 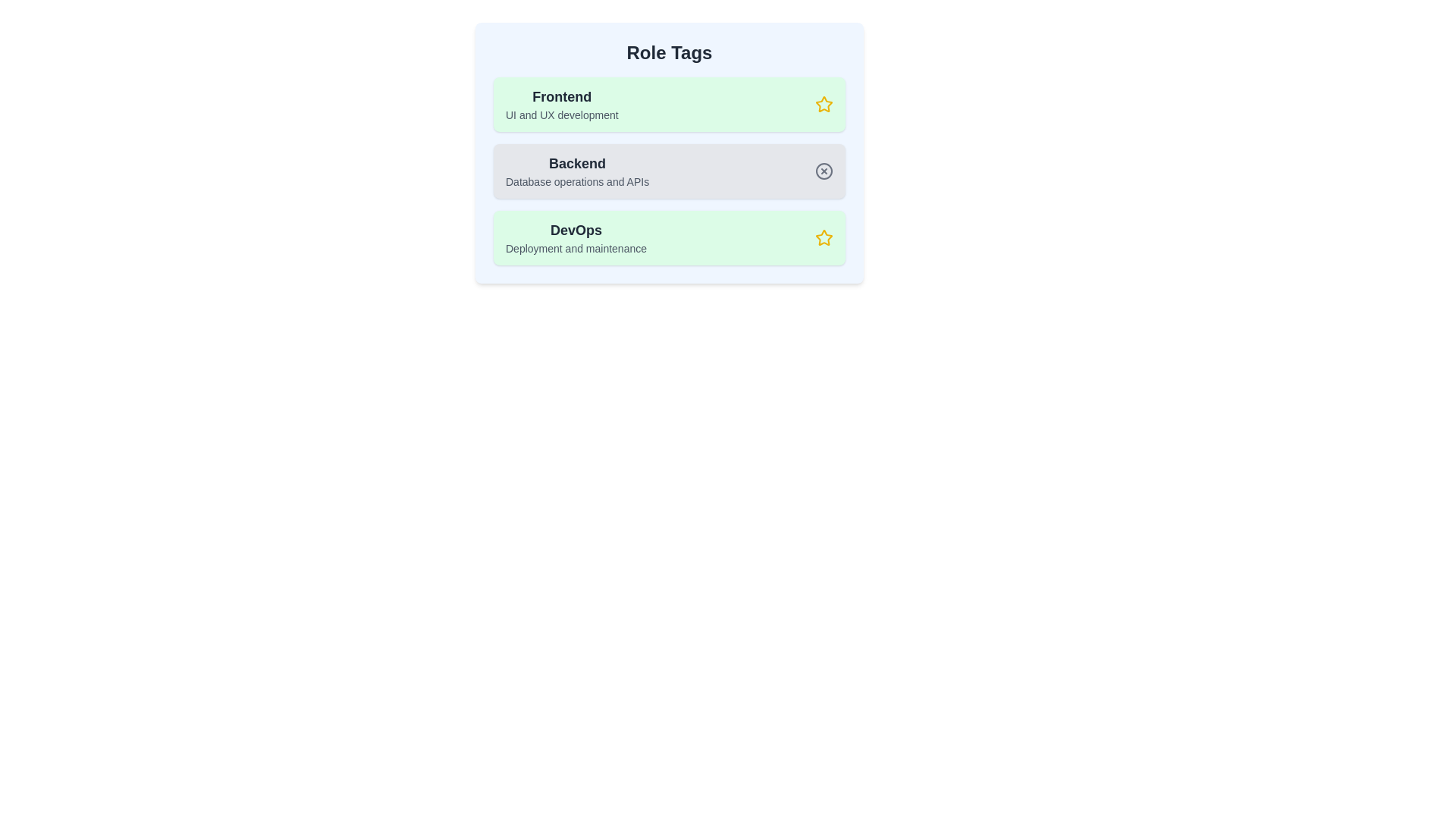 What do you see at coordinates (669, 104) in the screenshot?
I see `the tag labeled 'Frontend' to trigger its animation effect` at bounding box center [669, 104].